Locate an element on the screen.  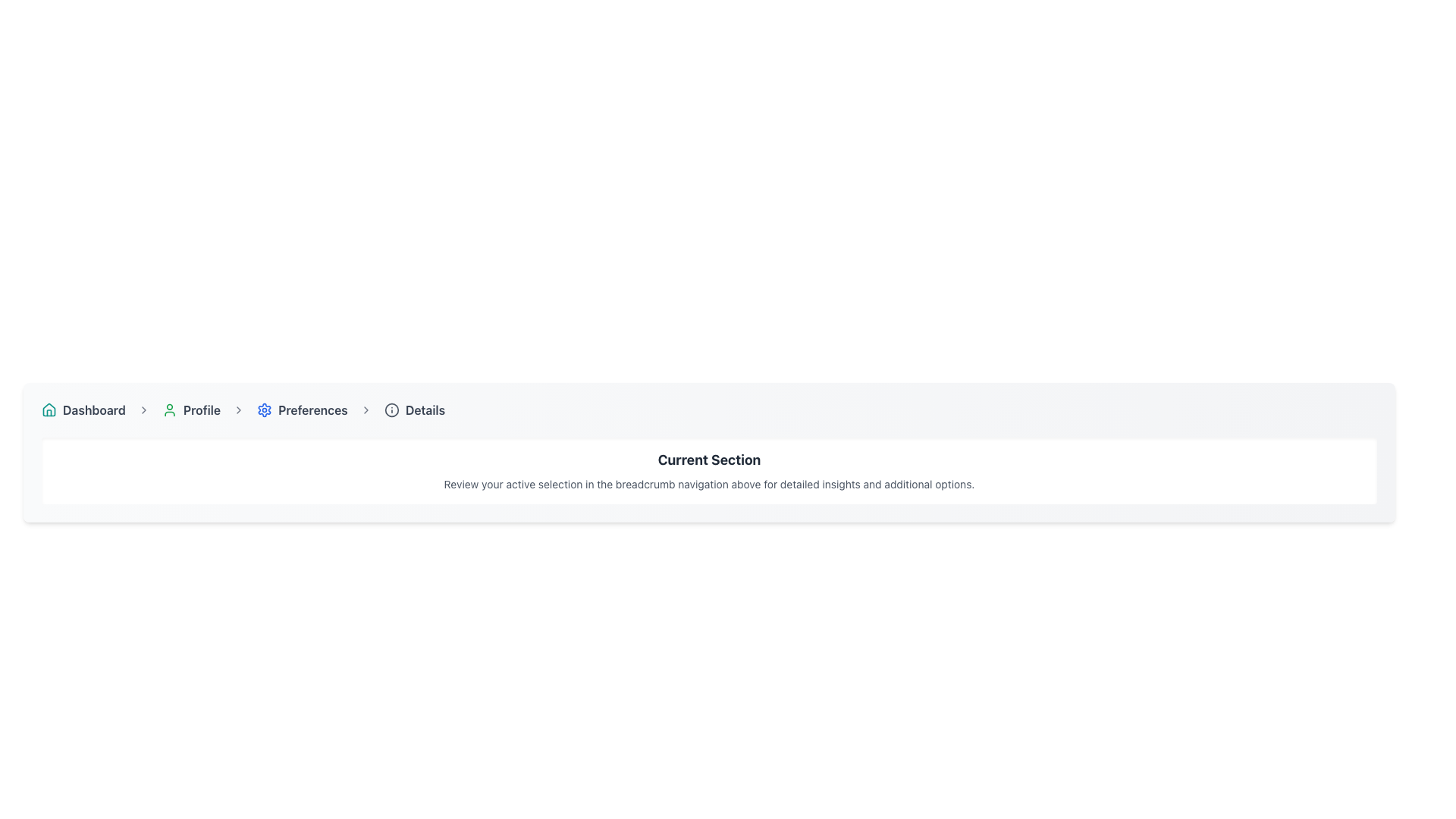
the right arrow icon in the breadcrumb navigation bar, which is located between the 'Preferences' and 'Details' text links is located at coordinates (366, 409).